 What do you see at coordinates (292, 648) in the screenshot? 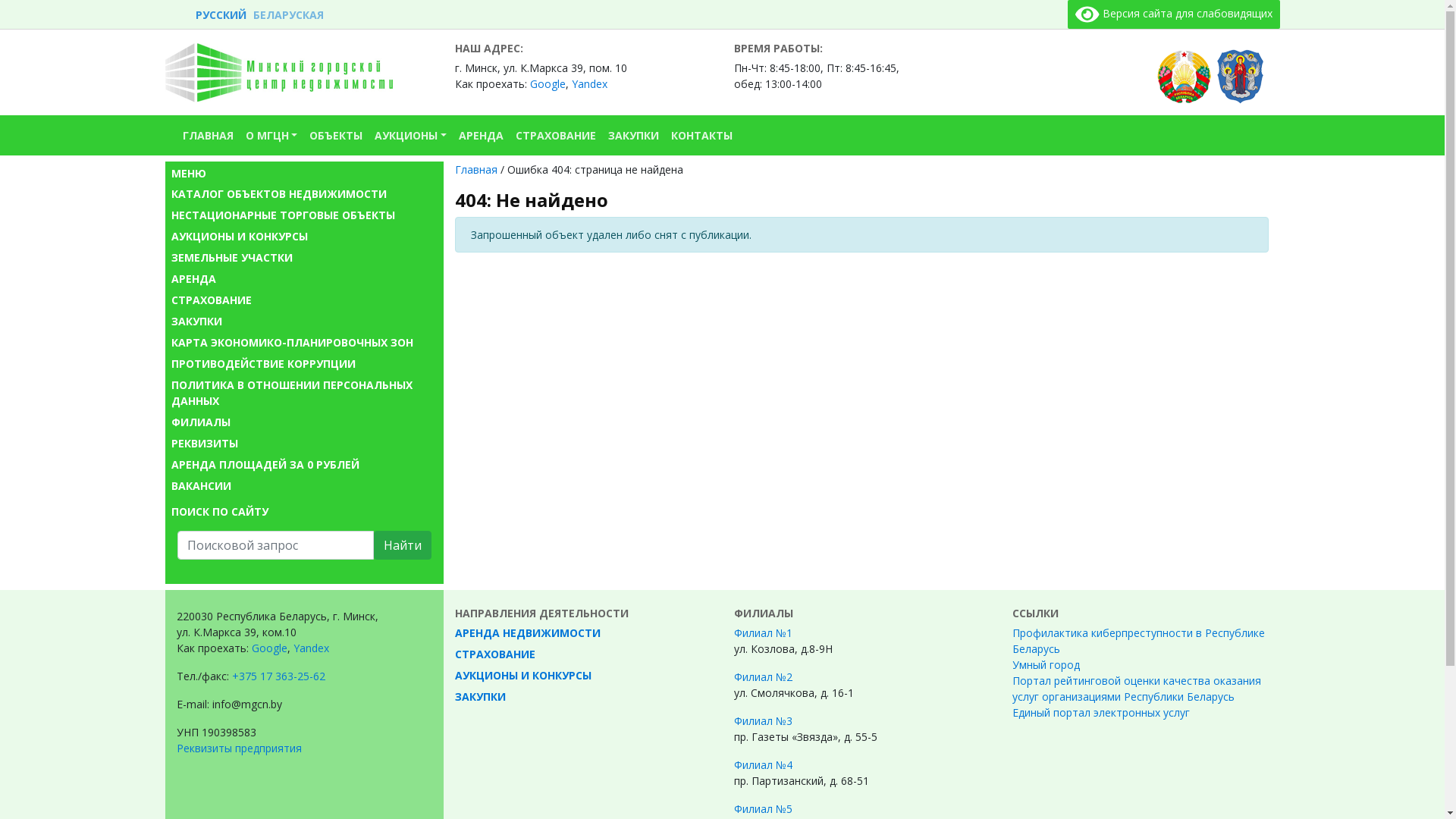
I see `'Yandex'` at bounding box center [292, 648].